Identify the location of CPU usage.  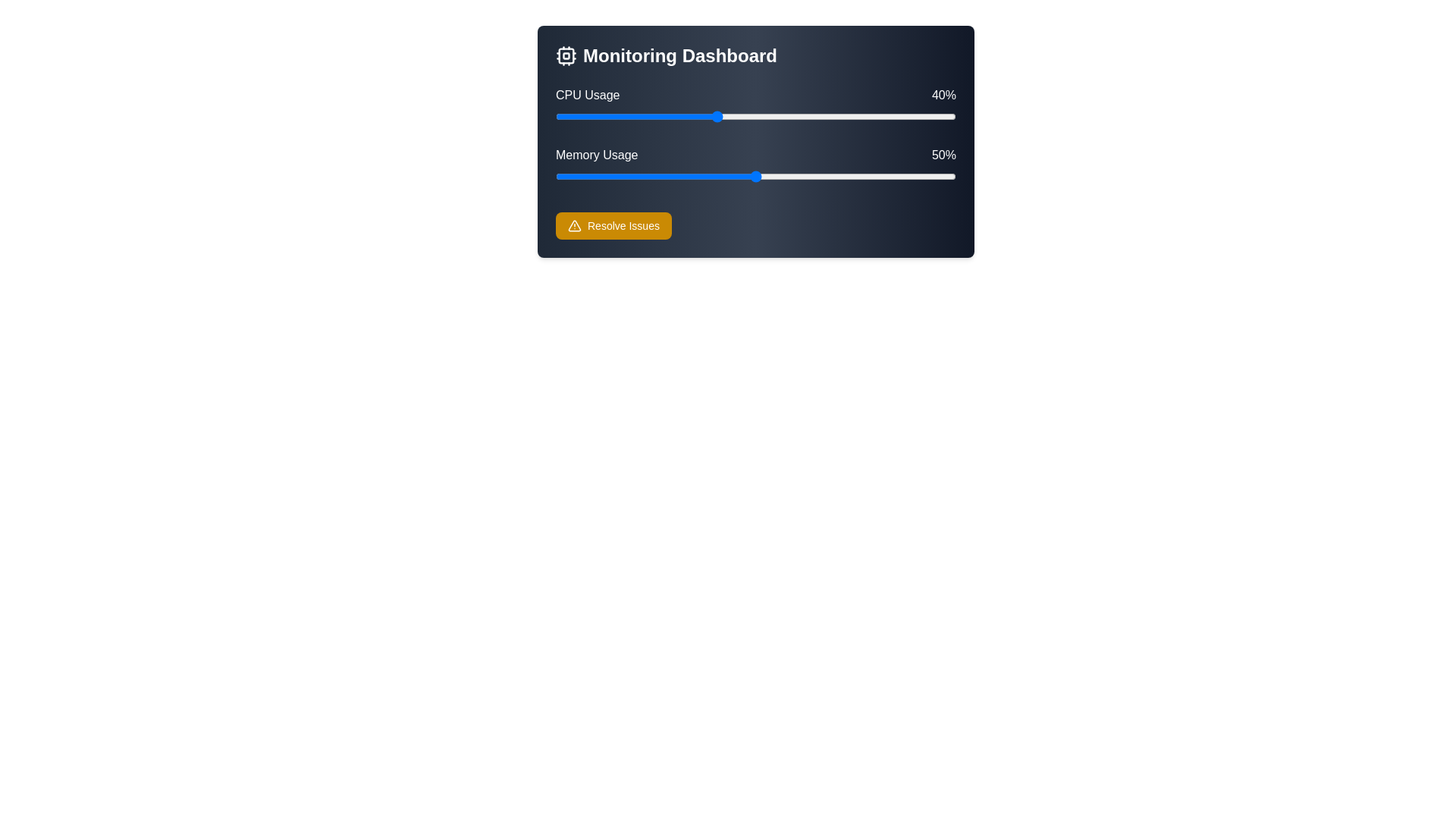
(831, 116).